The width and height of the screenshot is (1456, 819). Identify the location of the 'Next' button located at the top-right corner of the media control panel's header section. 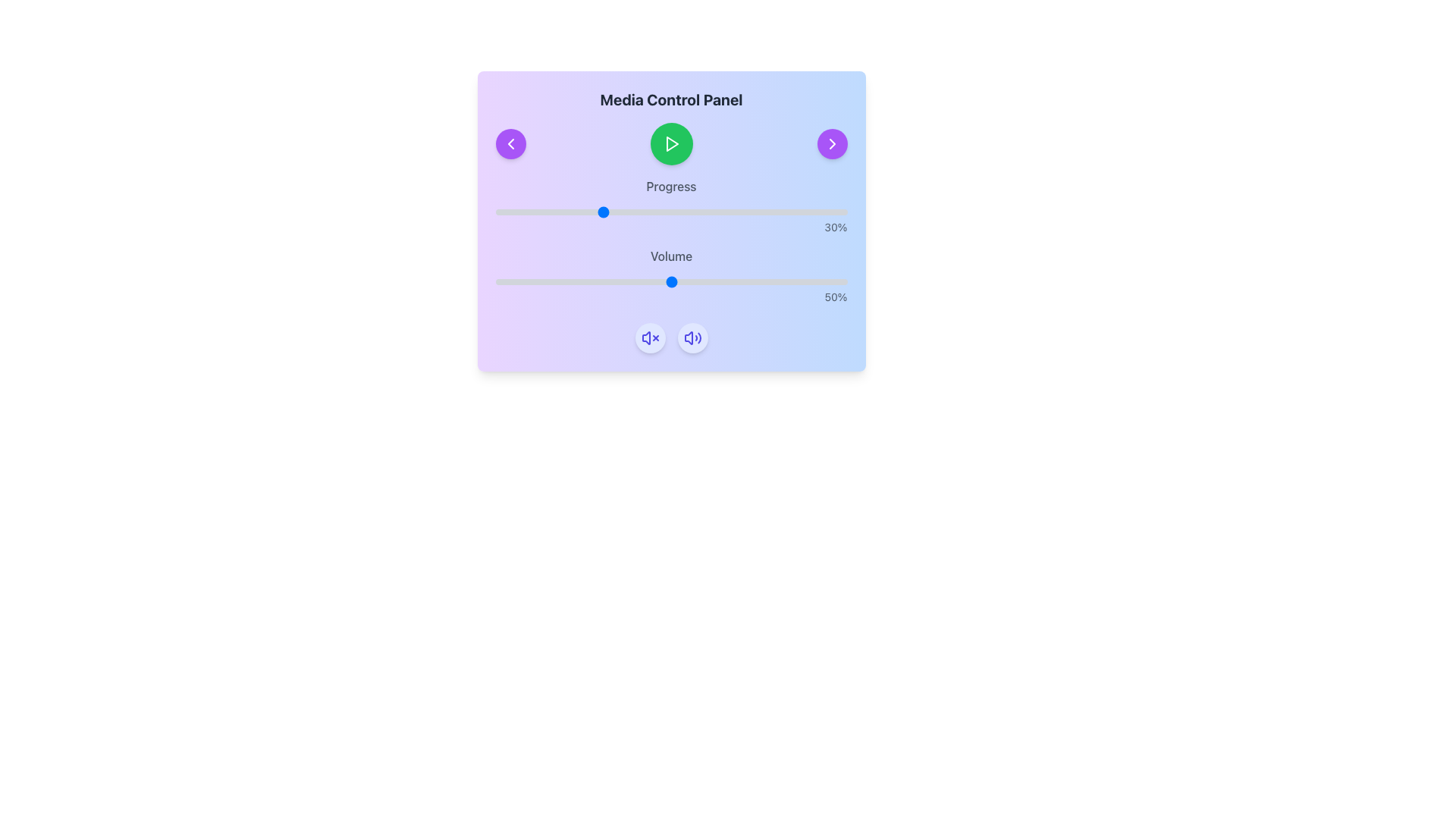
(831, 143).